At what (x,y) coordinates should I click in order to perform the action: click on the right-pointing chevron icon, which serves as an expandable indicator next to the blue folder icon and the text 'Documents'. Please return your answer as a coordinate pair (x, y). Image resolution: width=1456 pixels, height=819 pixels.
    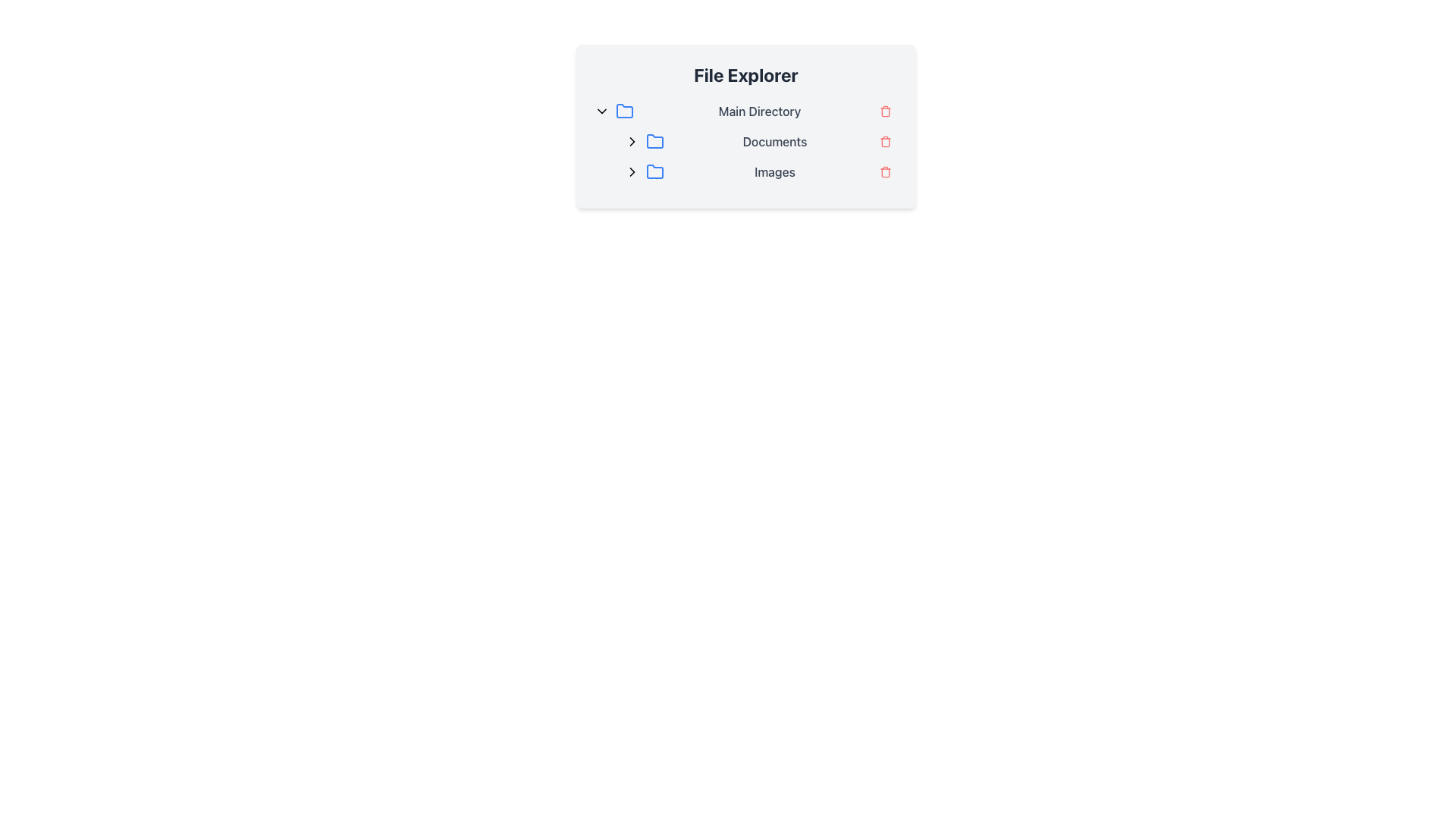
    Looking at the image, I should click on (632, 141).